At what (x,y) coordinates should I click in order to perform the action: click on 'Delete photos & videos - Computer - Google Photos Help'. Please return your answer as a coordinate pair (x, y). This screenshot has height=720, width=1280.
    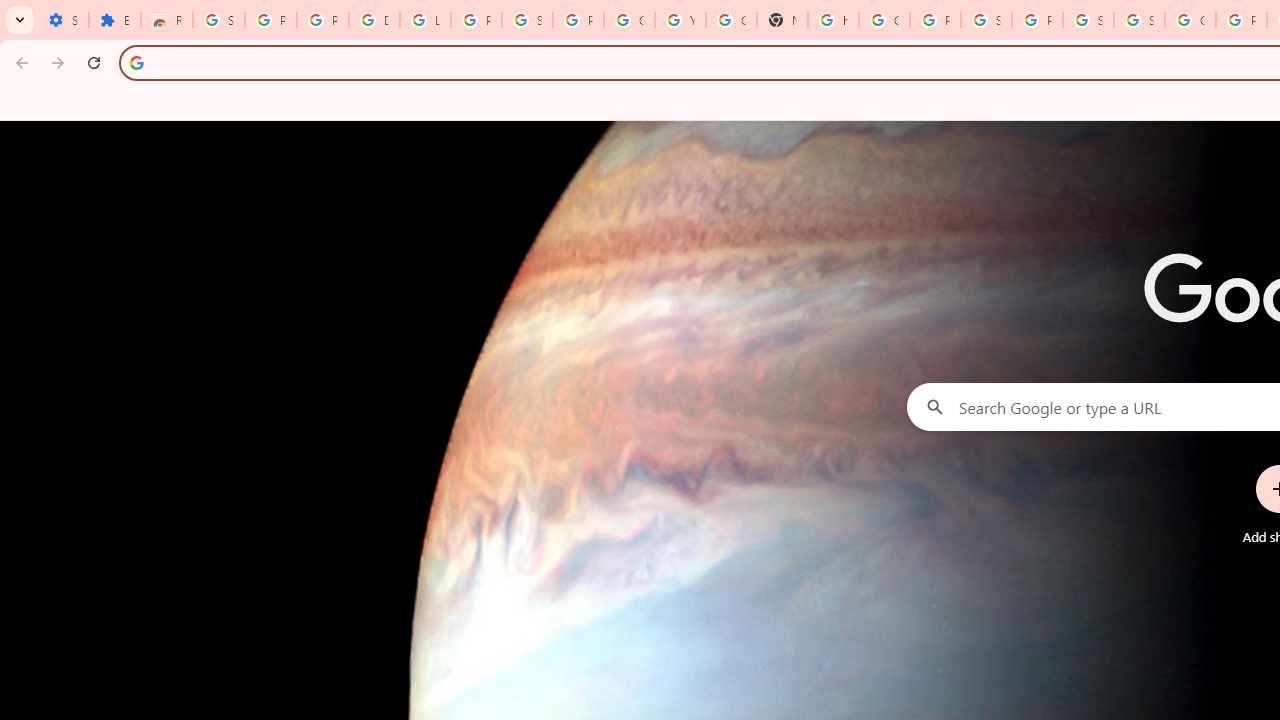
    Looking at the image, I should click on (375, 20).